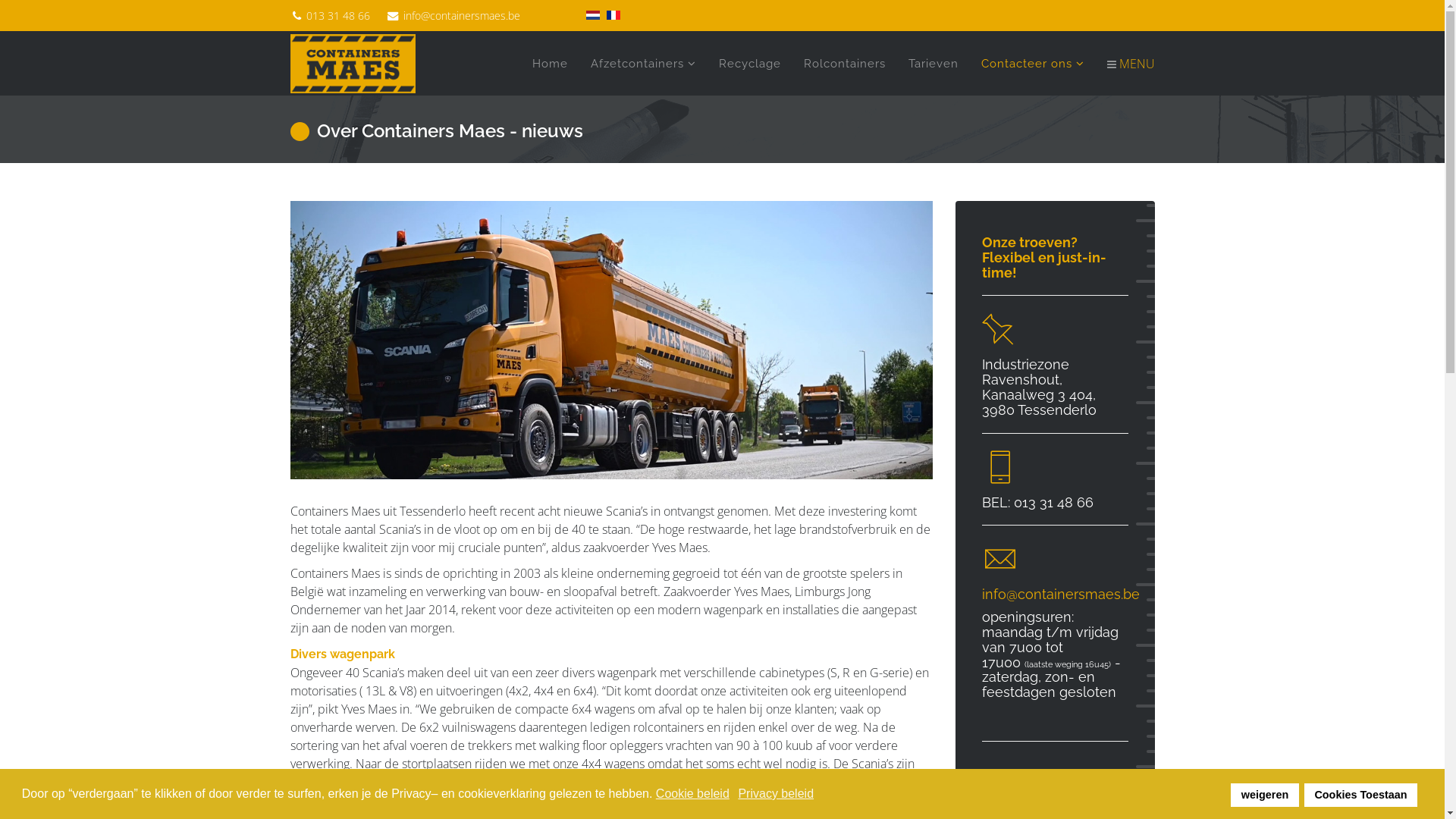  I want to click on 'Home', so click(548, 63).